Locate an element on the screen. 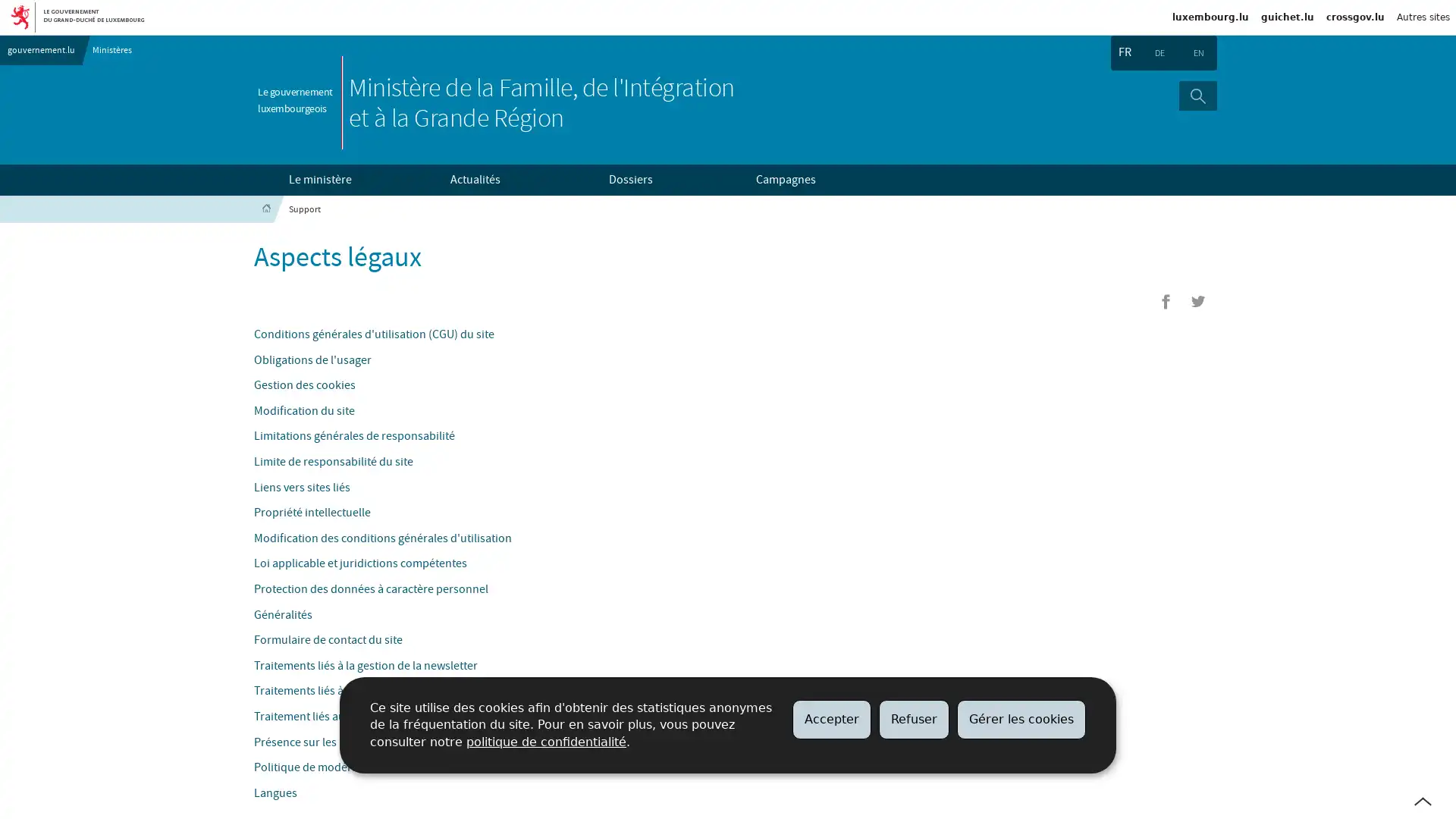  Refuser is located at coordinates (913, 718).